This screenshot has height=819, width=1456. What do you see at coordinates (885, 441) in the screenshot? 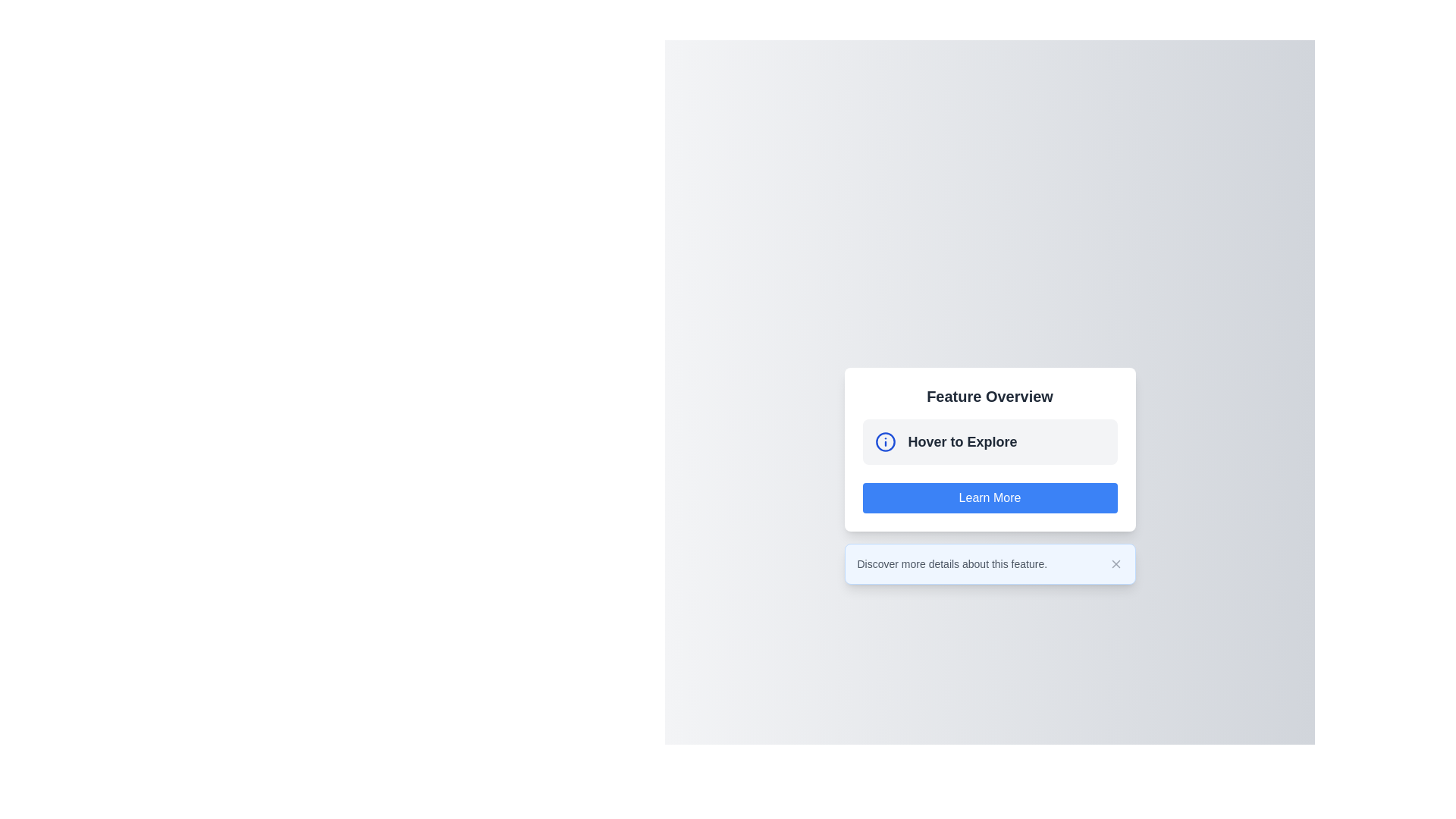
I see `the circular vector graphic element that is part of the information icon, which is visually styled with a blue stroke and has a central dot` at bounding box center [885, 441].